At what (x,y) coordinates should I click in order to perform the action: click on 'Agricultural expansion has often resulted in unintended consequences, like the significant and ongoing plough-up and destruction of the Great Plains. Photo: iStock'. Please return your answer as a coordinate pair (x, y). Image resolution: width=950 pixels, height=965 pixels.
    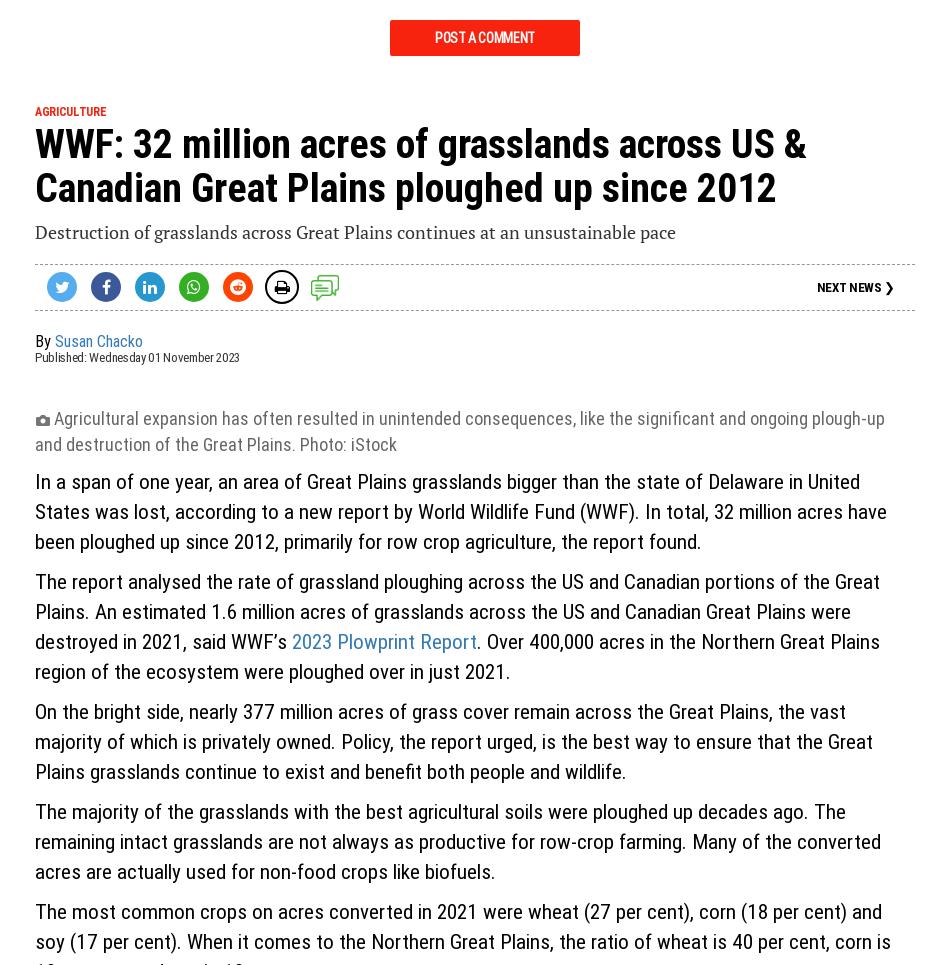
    Looking at the image, I should click on (458, 430).